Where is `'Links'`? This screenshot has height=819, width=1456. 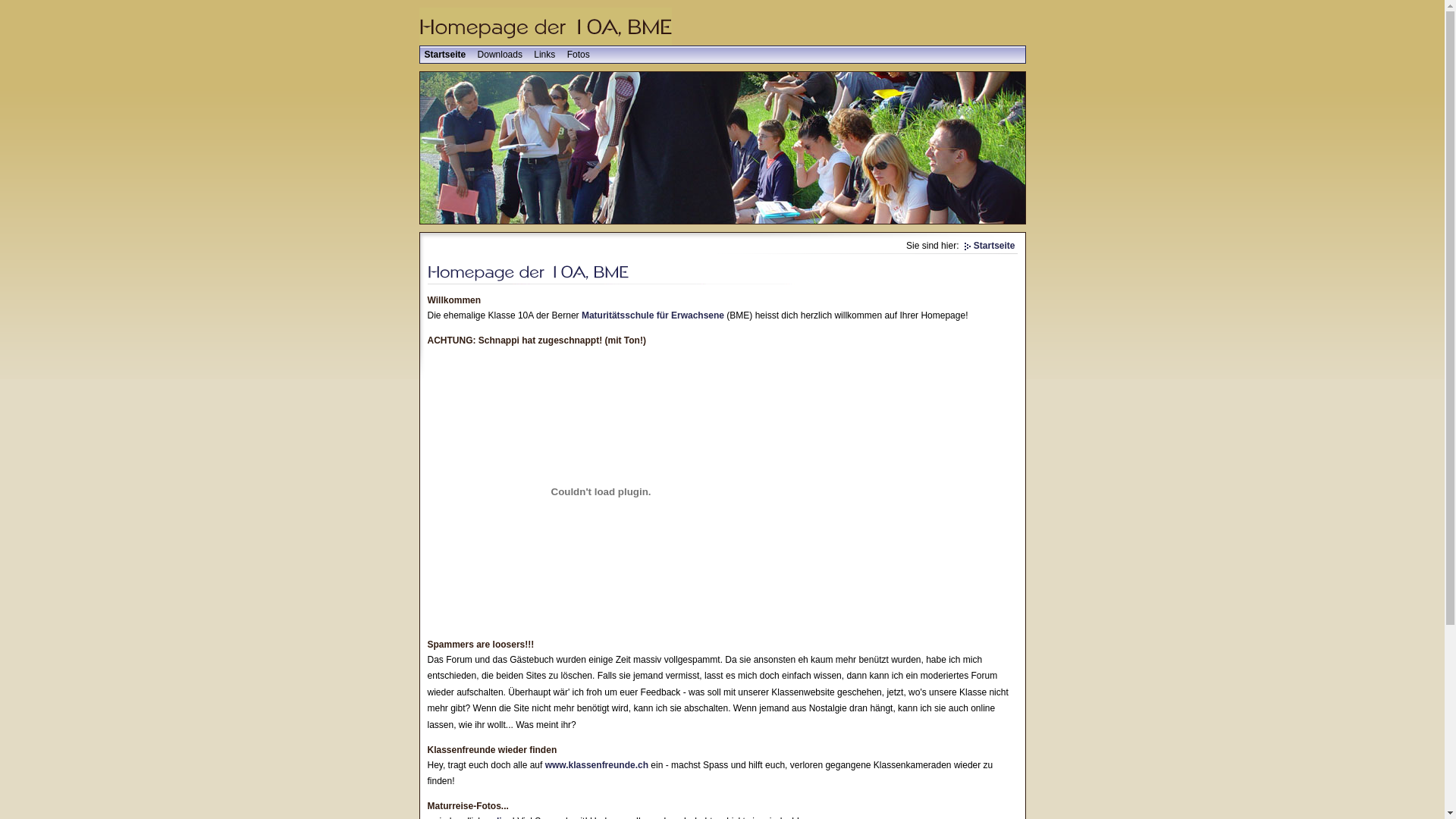
'Links' is located at coordinates (544, 54).